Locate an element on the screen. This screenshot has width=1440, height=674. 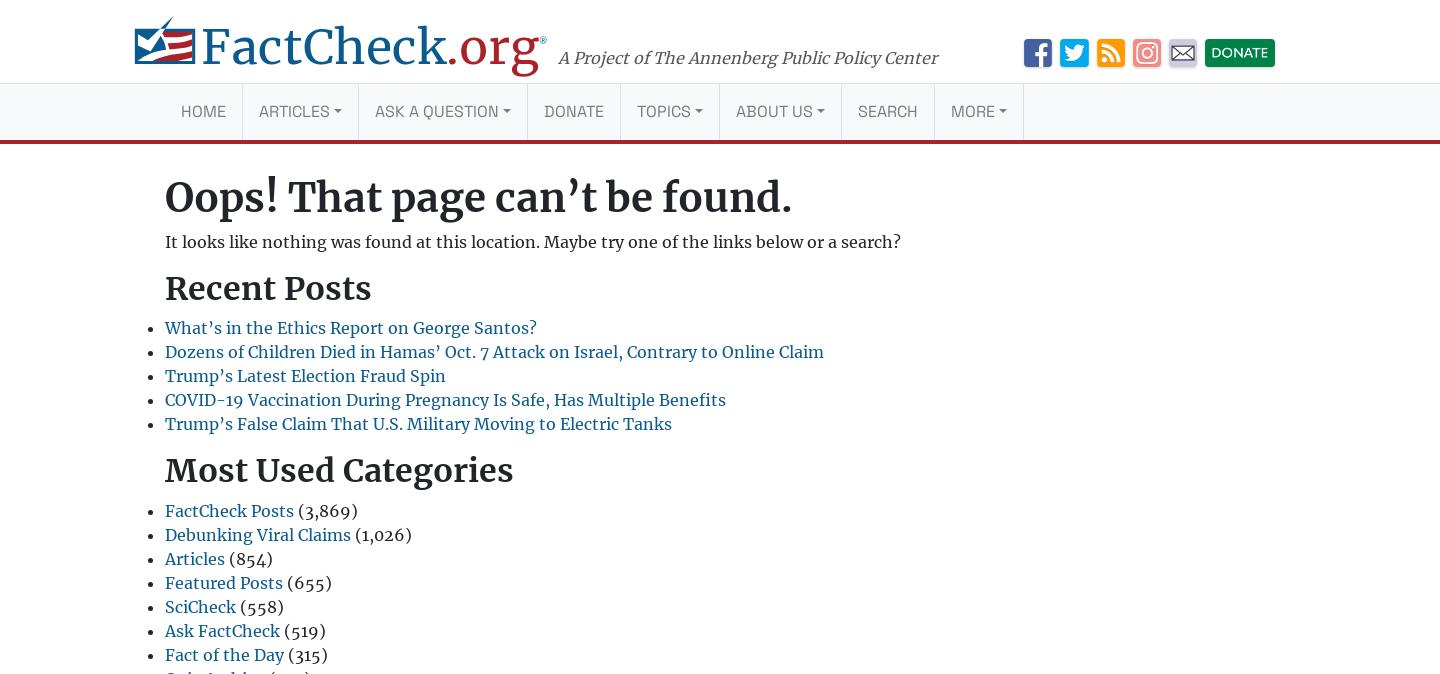
'(3,869)' is located at coordinates (326, 510).